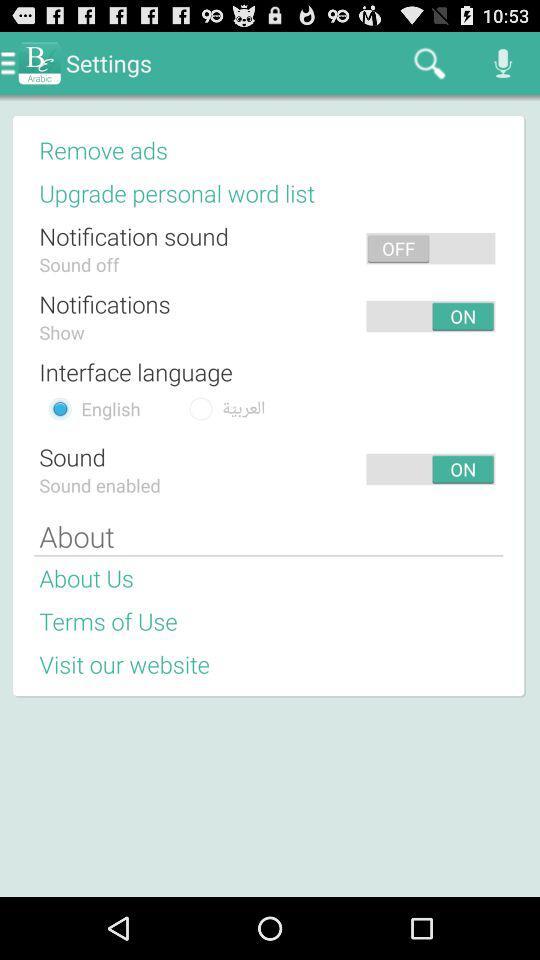 The width and height of the screenshot is (540, 960). Describe the element at coordinates (262, 469) in the screenshot. I see `item above the about app` at that location.